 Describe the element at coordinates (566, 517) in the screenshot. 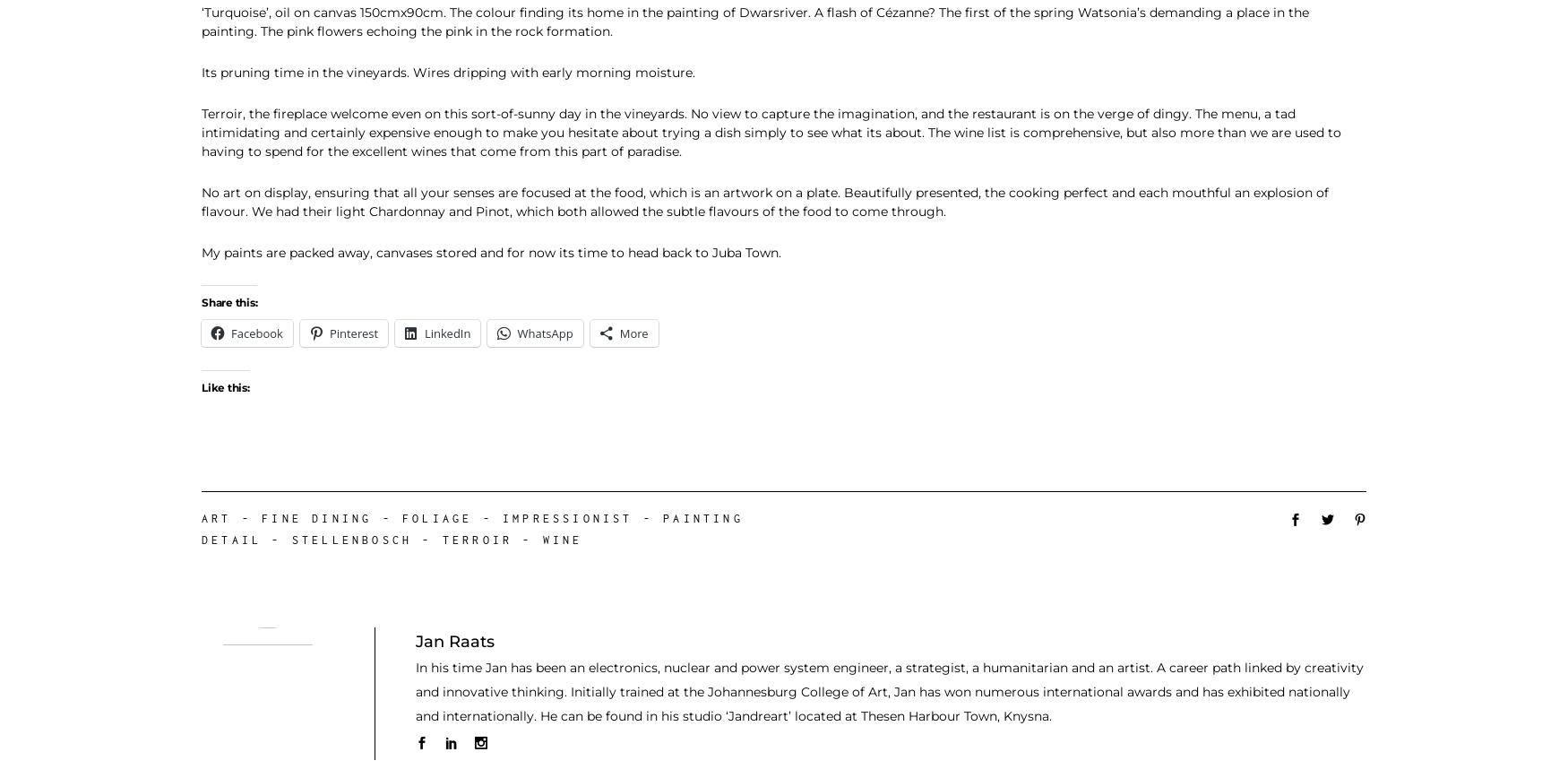

I see `'Impressionist'` at that location.